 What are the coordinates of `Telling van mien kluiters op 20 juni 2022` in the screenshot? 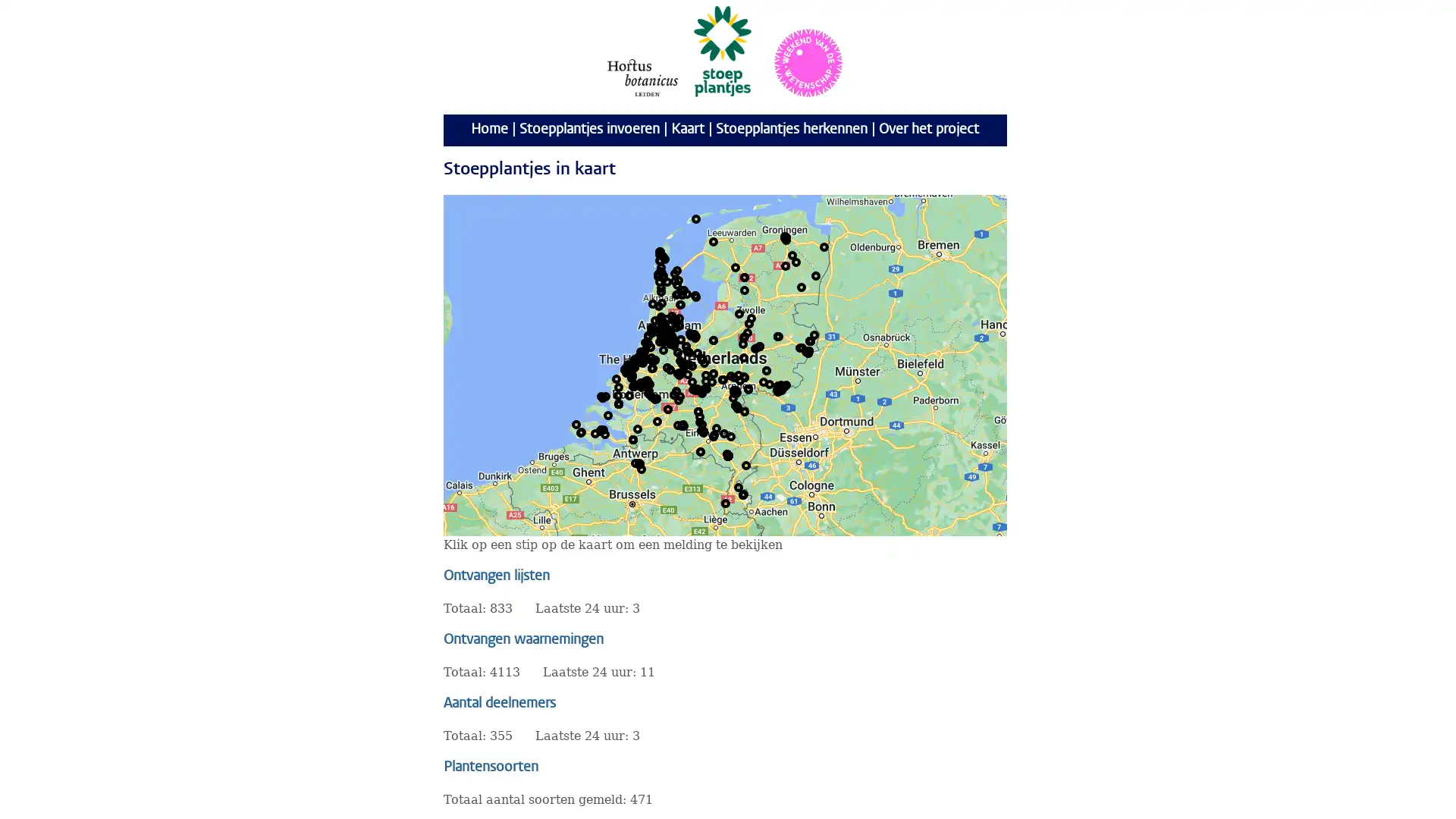 It's located at (643, 356).